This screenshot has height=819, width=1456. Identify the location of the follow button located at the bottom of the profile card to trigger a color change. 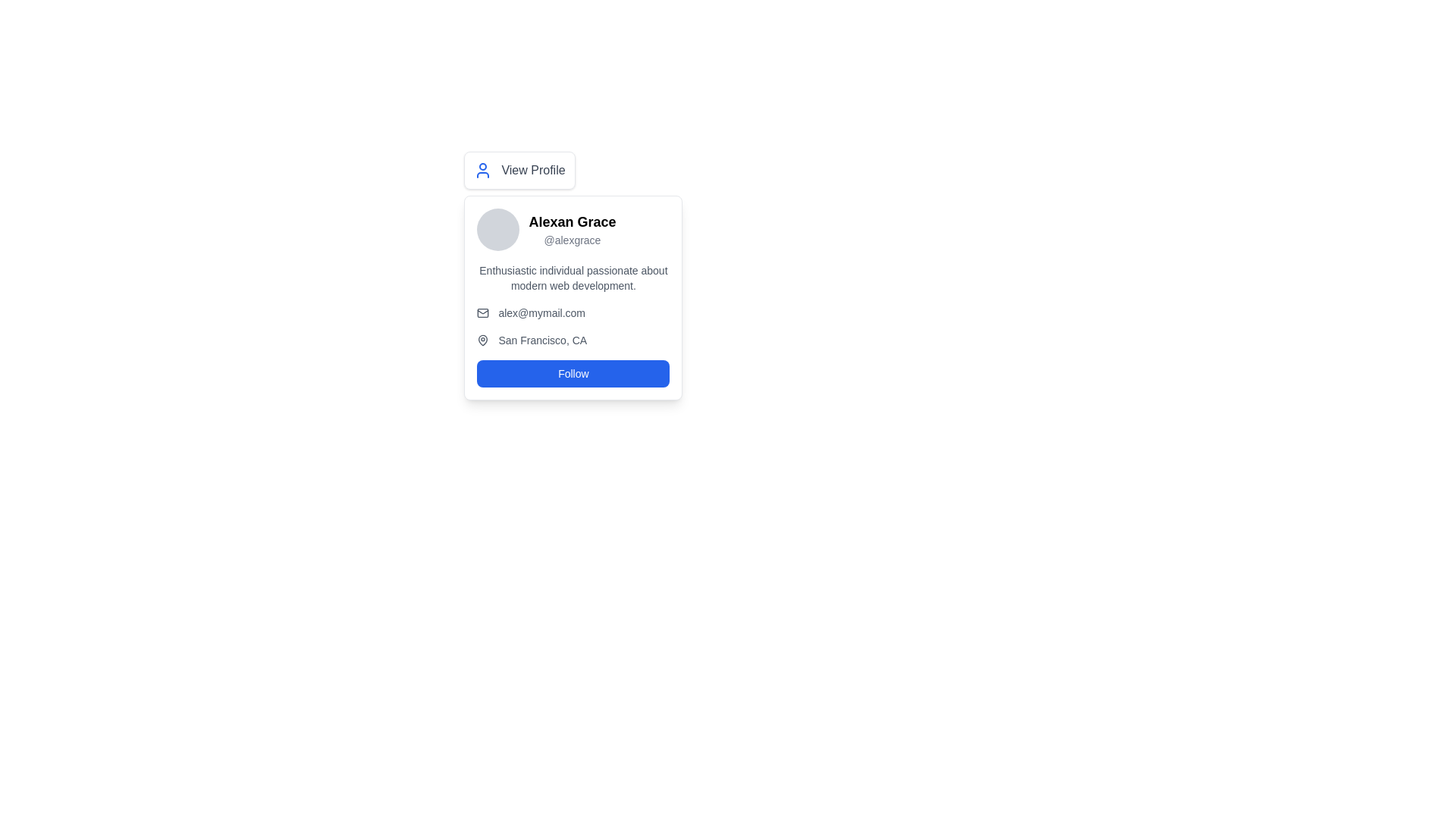
(573, 374).